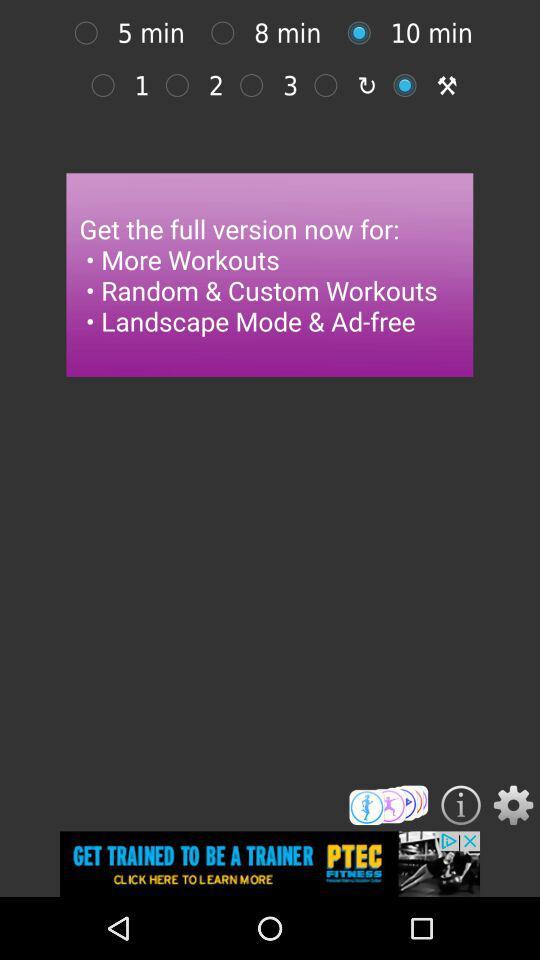 The height and width of the screenshot is (960, 540). What do you see at coordinates (513, 805) in the screenshot?
I see `open settings` at bounding box center [513, 805].